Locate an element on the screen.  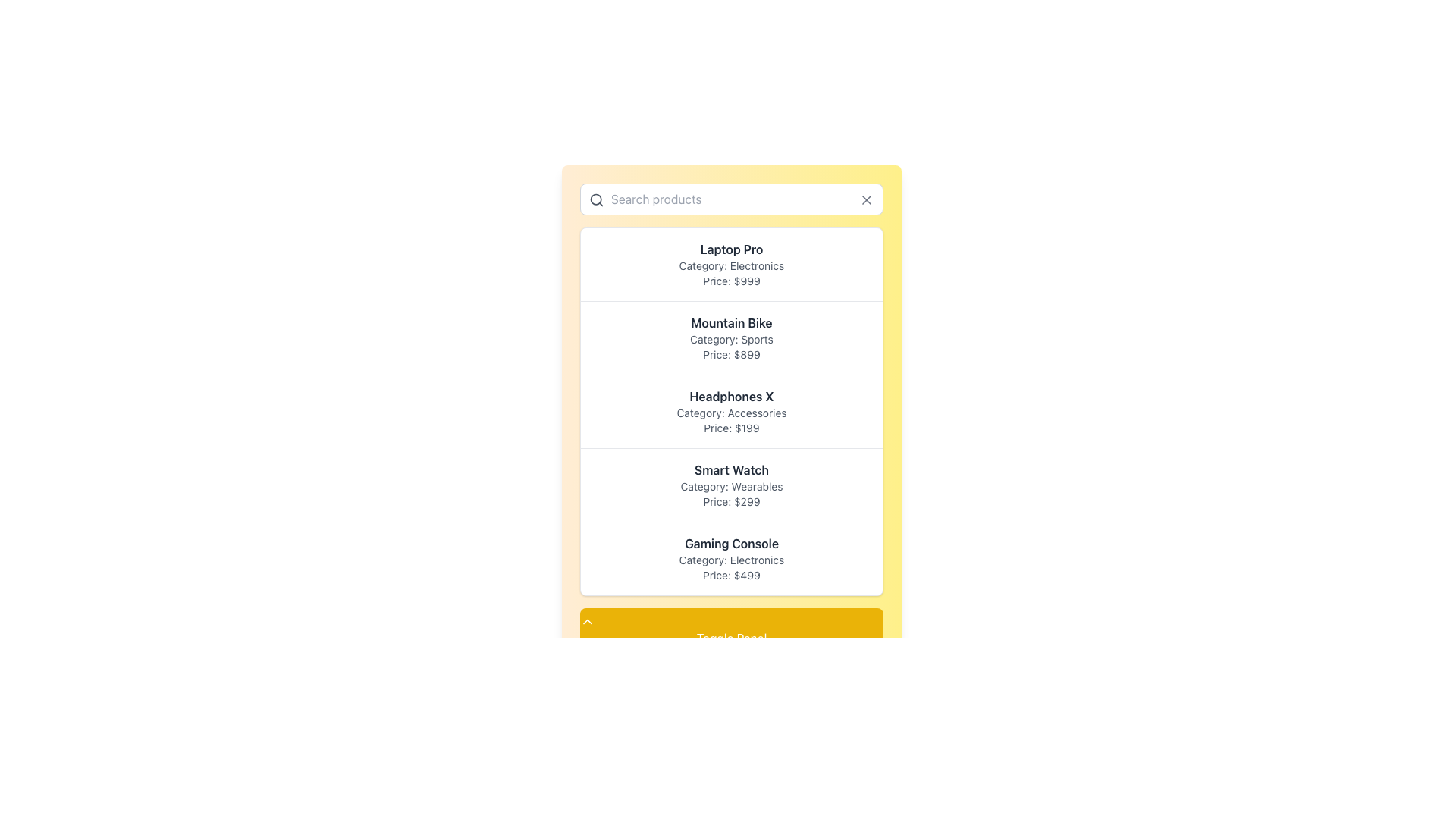
to select the Smart Watch product card, which features a white background, rounded corners, and includes the title 'Smart Watch' in bold dark-gray font is located at coordinates (731, 485).